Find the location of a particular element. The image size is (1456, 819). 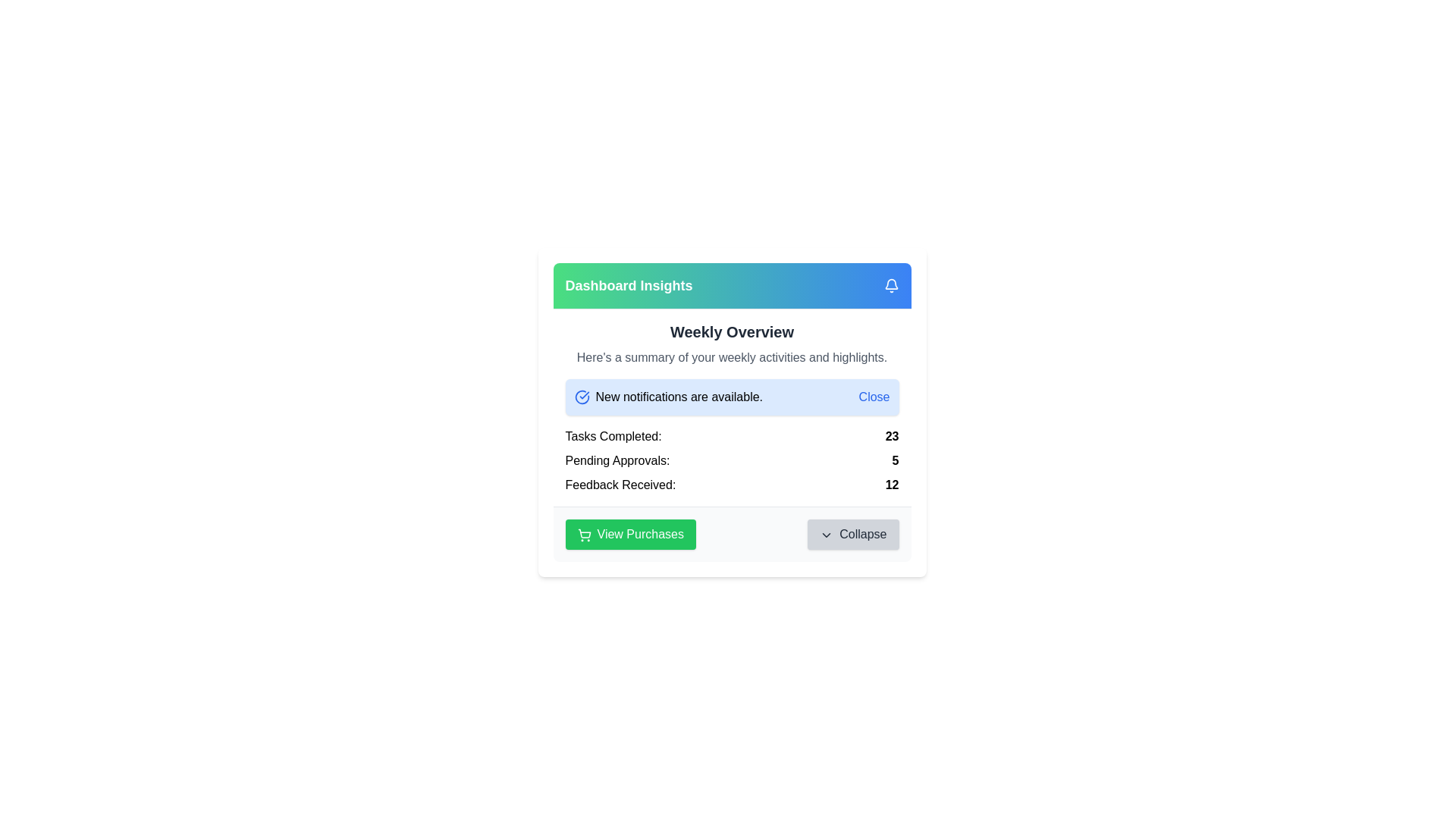

the circular blue check icon located to the left of the text 'New notifications are available' is located at coordinates (581, 397).